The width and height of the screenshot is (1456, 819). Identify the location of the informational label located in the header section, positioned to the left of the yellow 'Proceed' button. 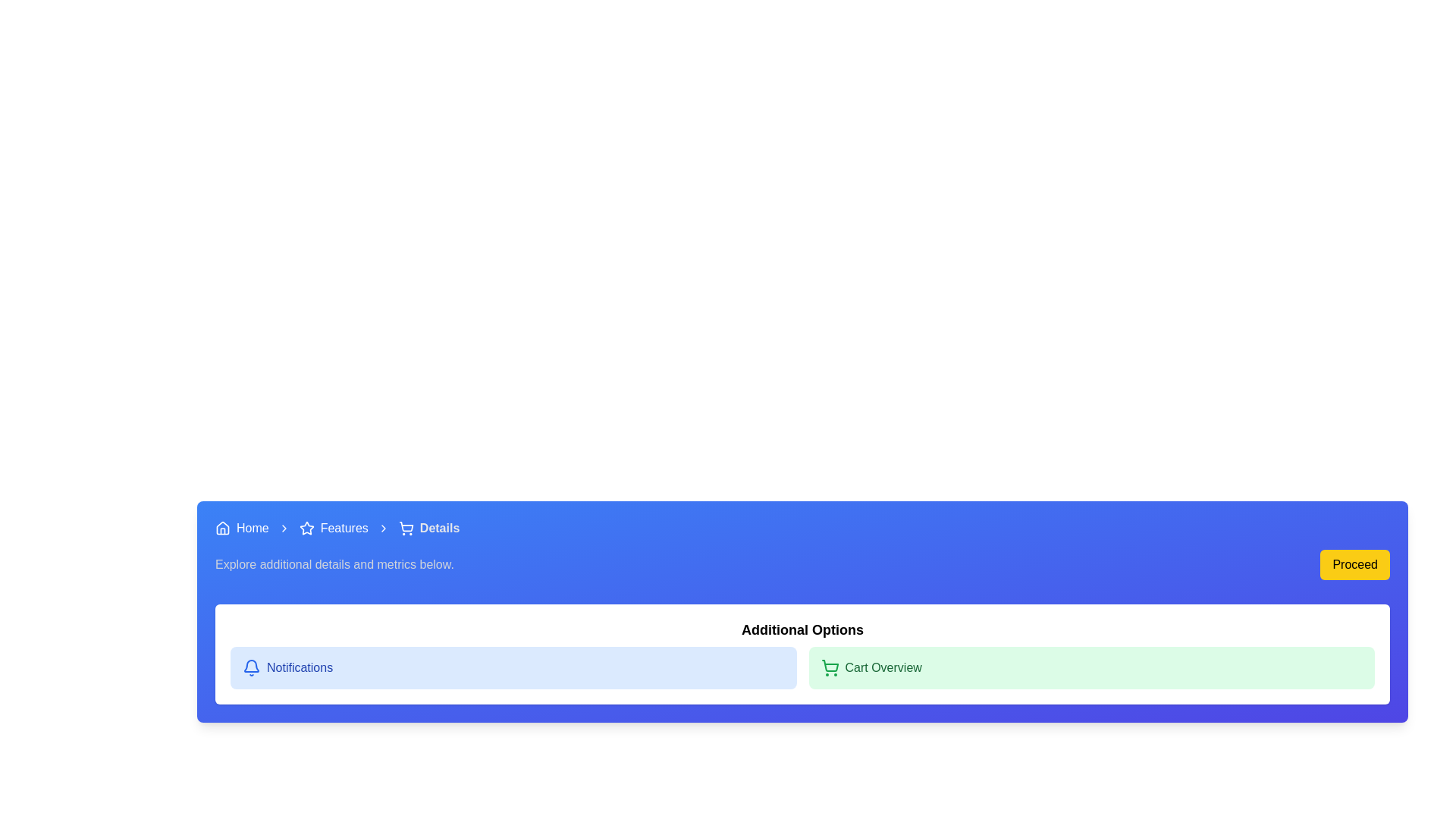
(334, 564).